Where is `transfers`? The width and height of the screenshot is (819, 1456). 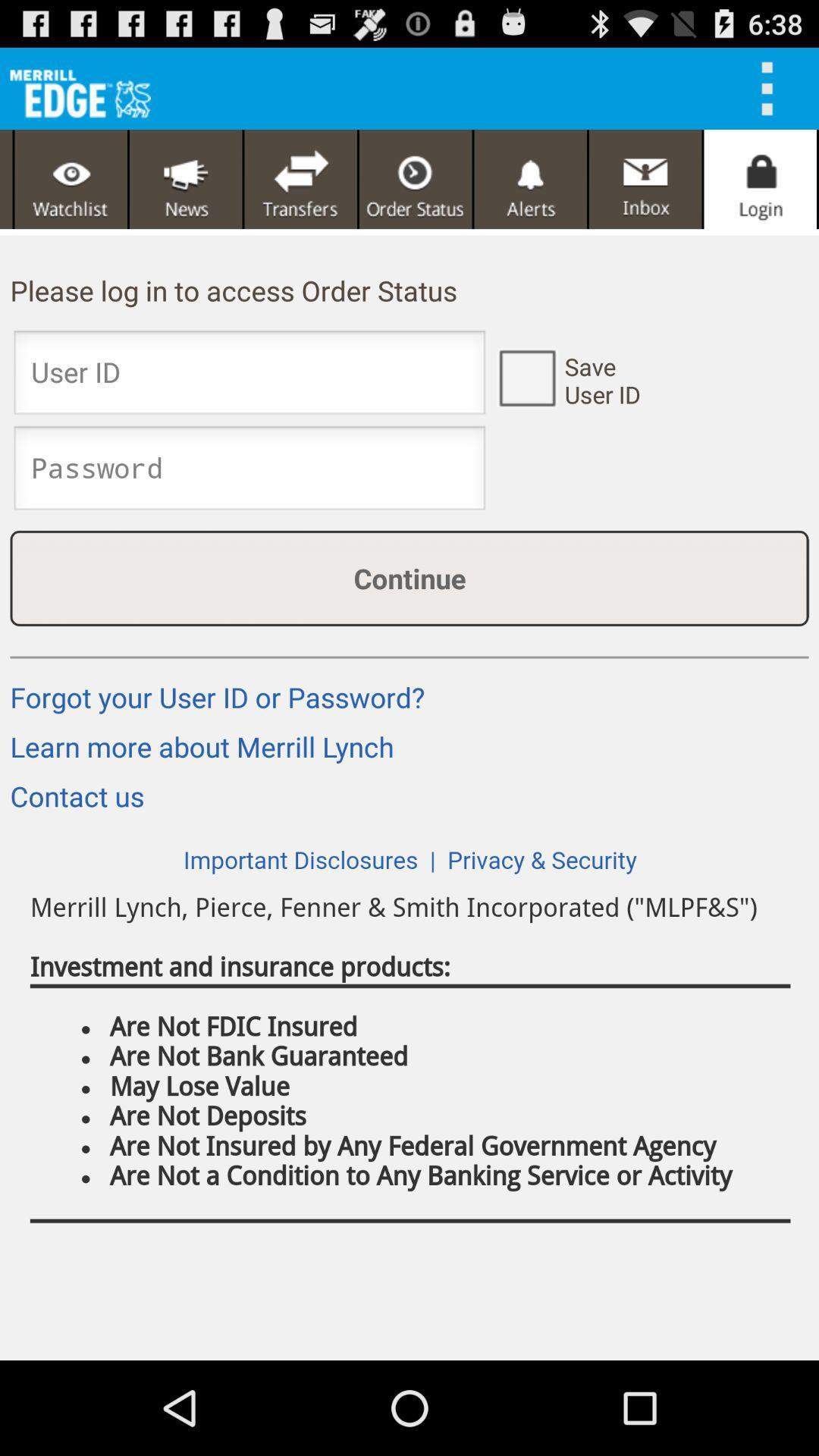
transfers is located at coordinates (300, 179).